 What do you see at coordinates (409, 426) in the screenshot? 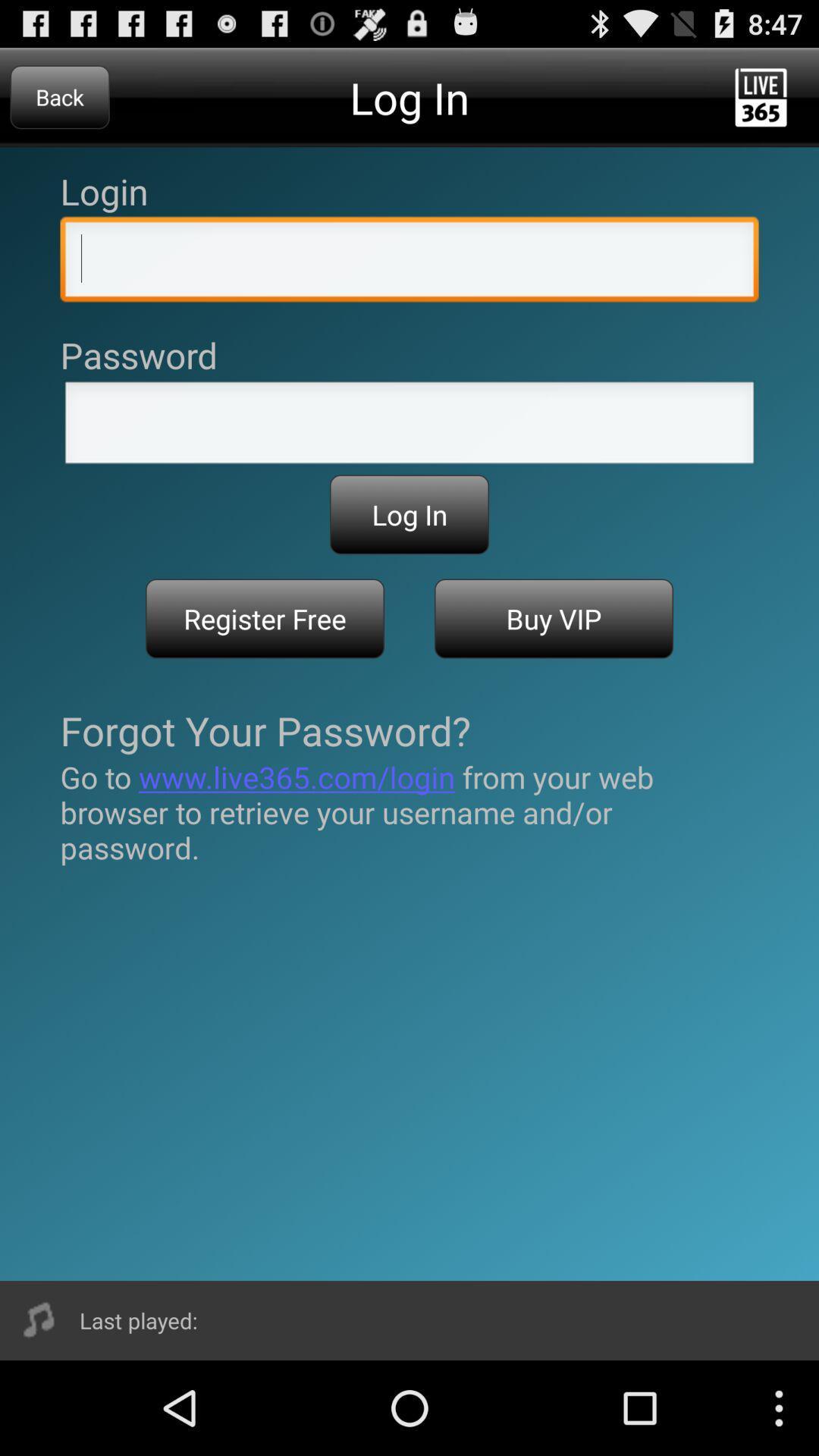
I see `password field` at bounding box center [409, 426].